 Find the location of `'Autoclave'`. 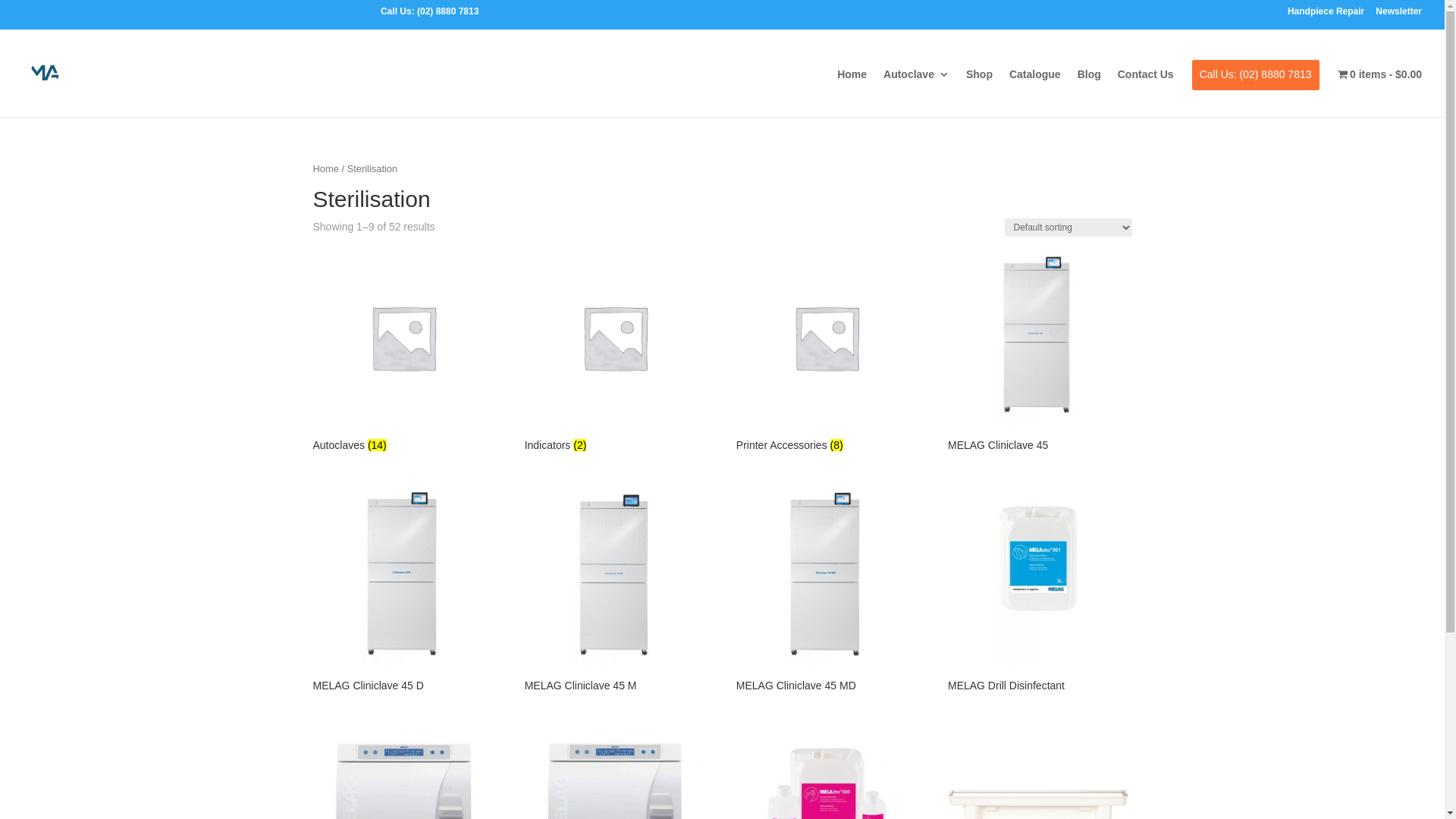

'Autoclave' is located at coordinates (915, 86).